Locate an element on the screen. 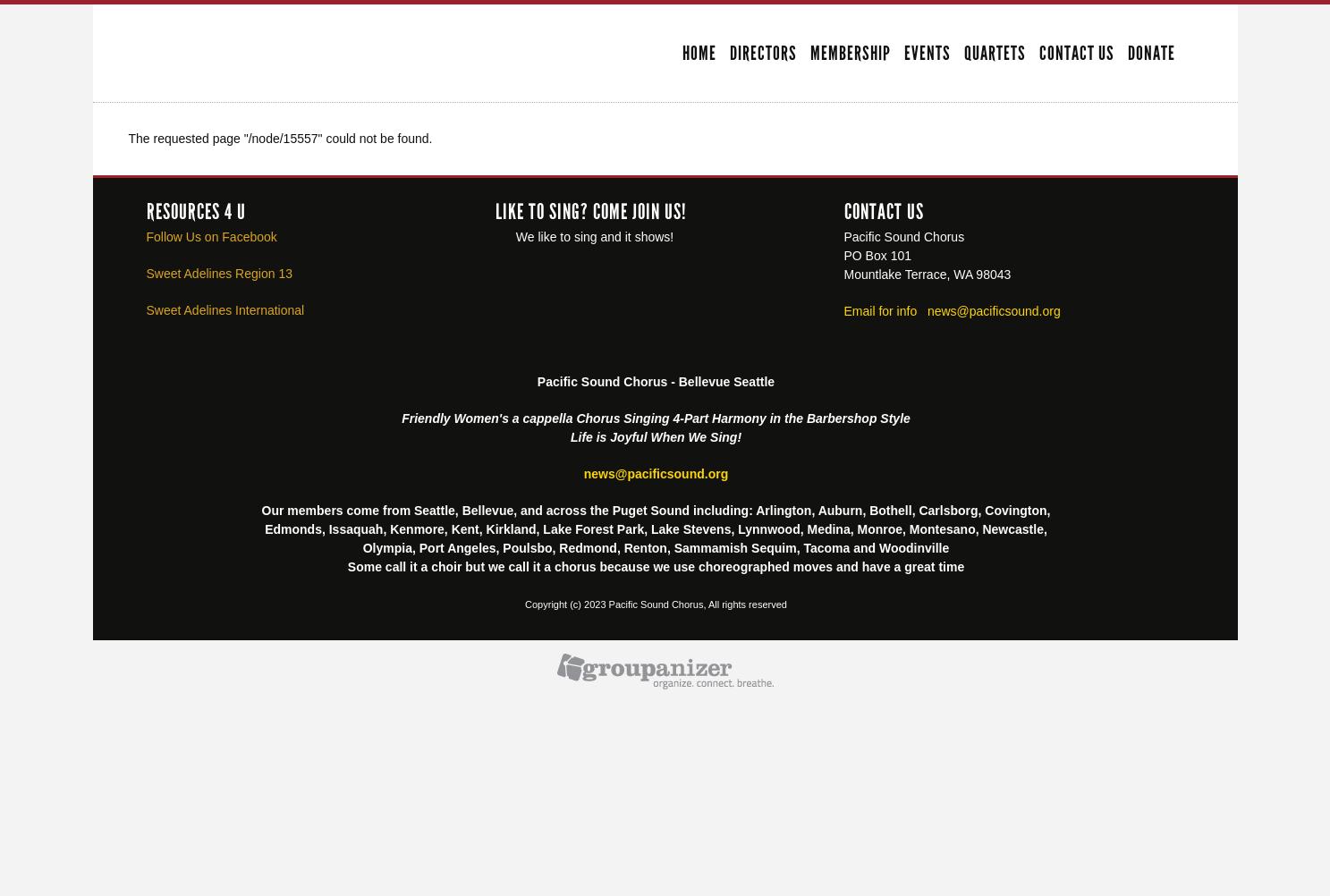  'PO Box 101' is located at coordinates (877, 253).